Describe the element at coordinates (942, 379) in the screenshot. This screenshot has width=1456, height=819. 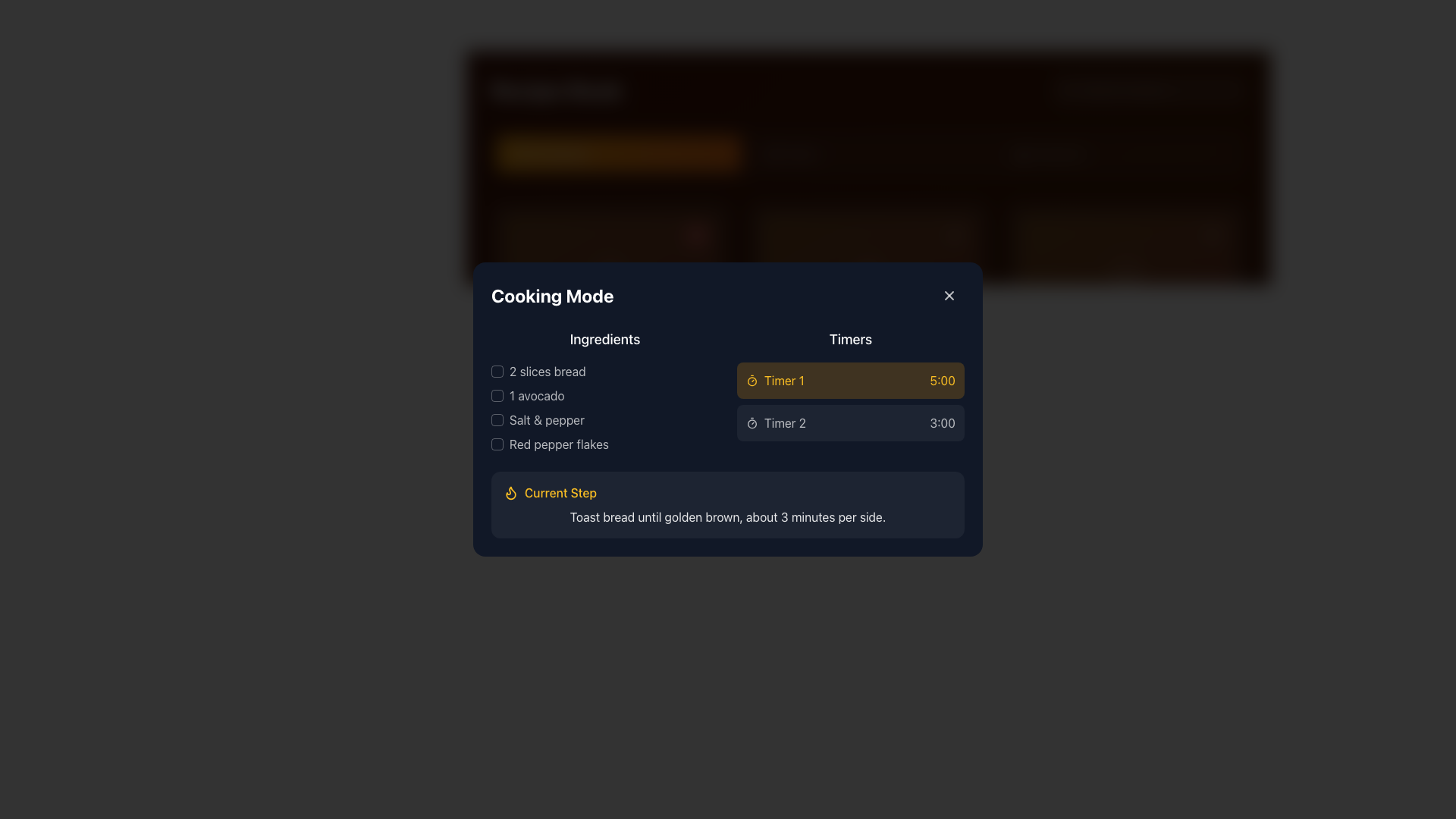
I see `the static text label displaying the time '5:00' in yellow font, located to the right of 'Timer 1' within the highlighted timer entry box in the Timers section` at that location.